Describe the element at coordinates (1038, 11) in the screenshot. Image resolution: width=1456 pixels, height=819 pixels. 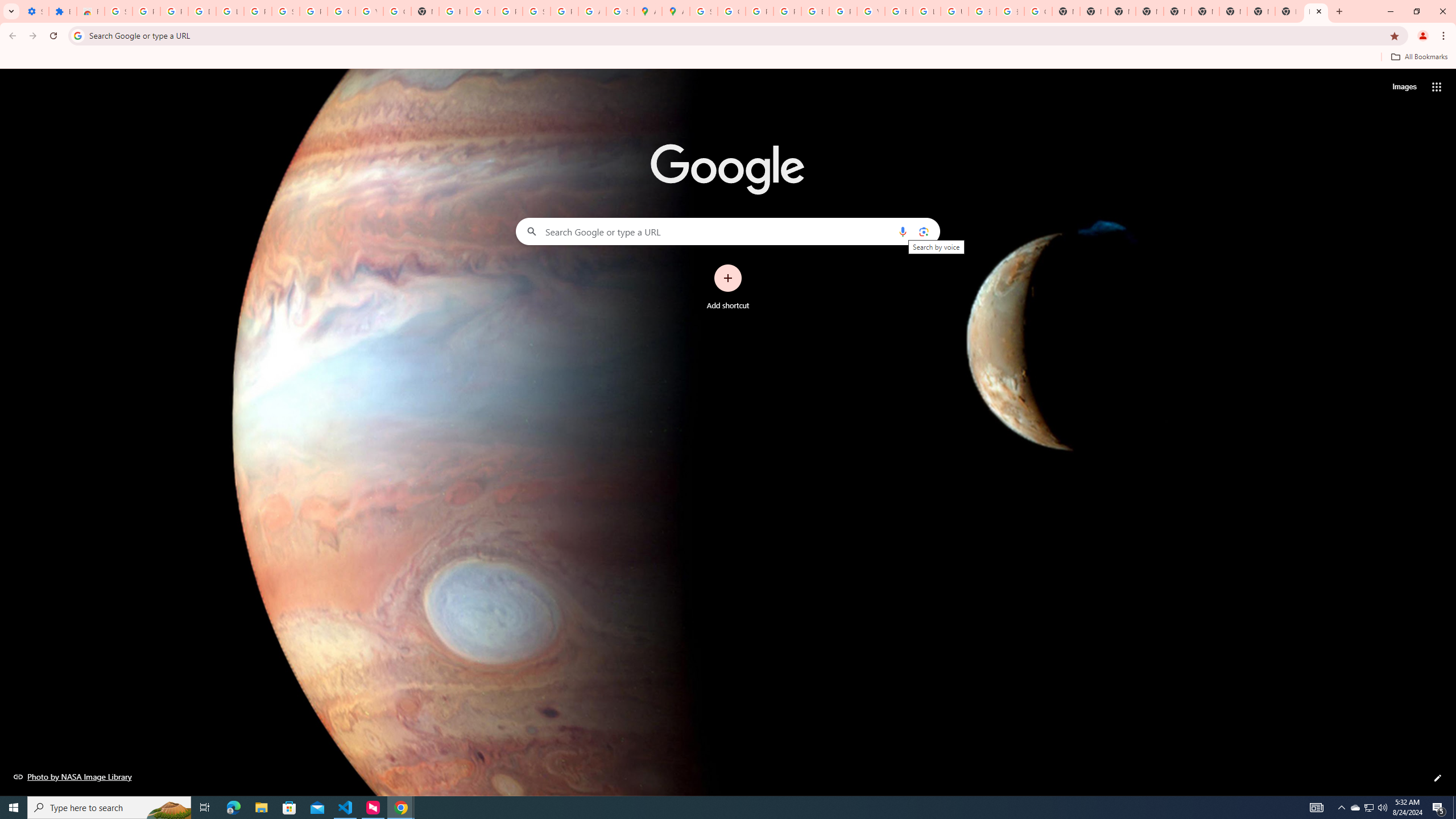
I see `'Google Images'` at that location.